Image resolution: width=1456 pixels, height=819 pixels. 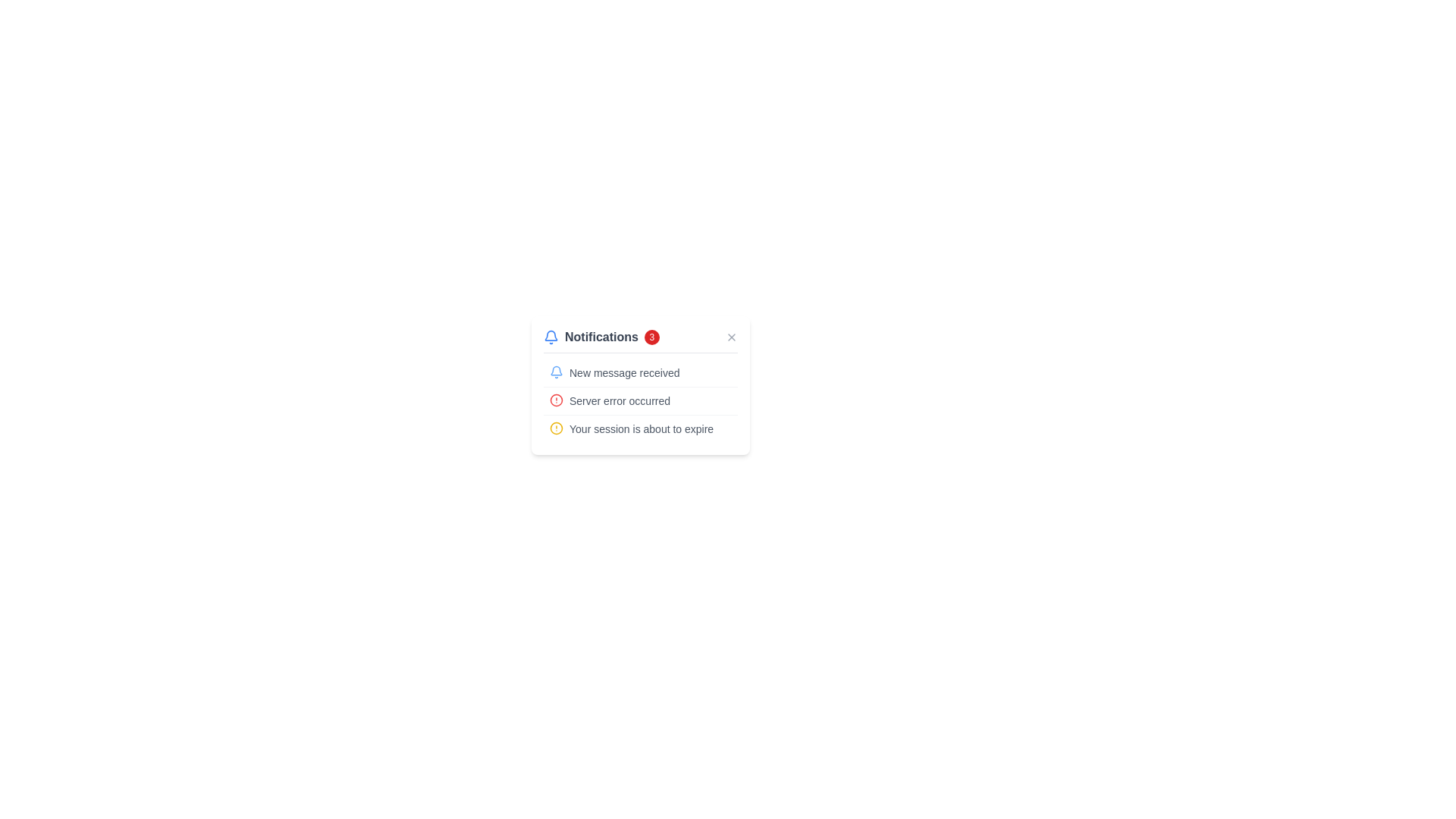 I want to click on the message of the third notification in the vertically stacked list indicating that the user's session is nearing expiration, so click(x=640, y=428).